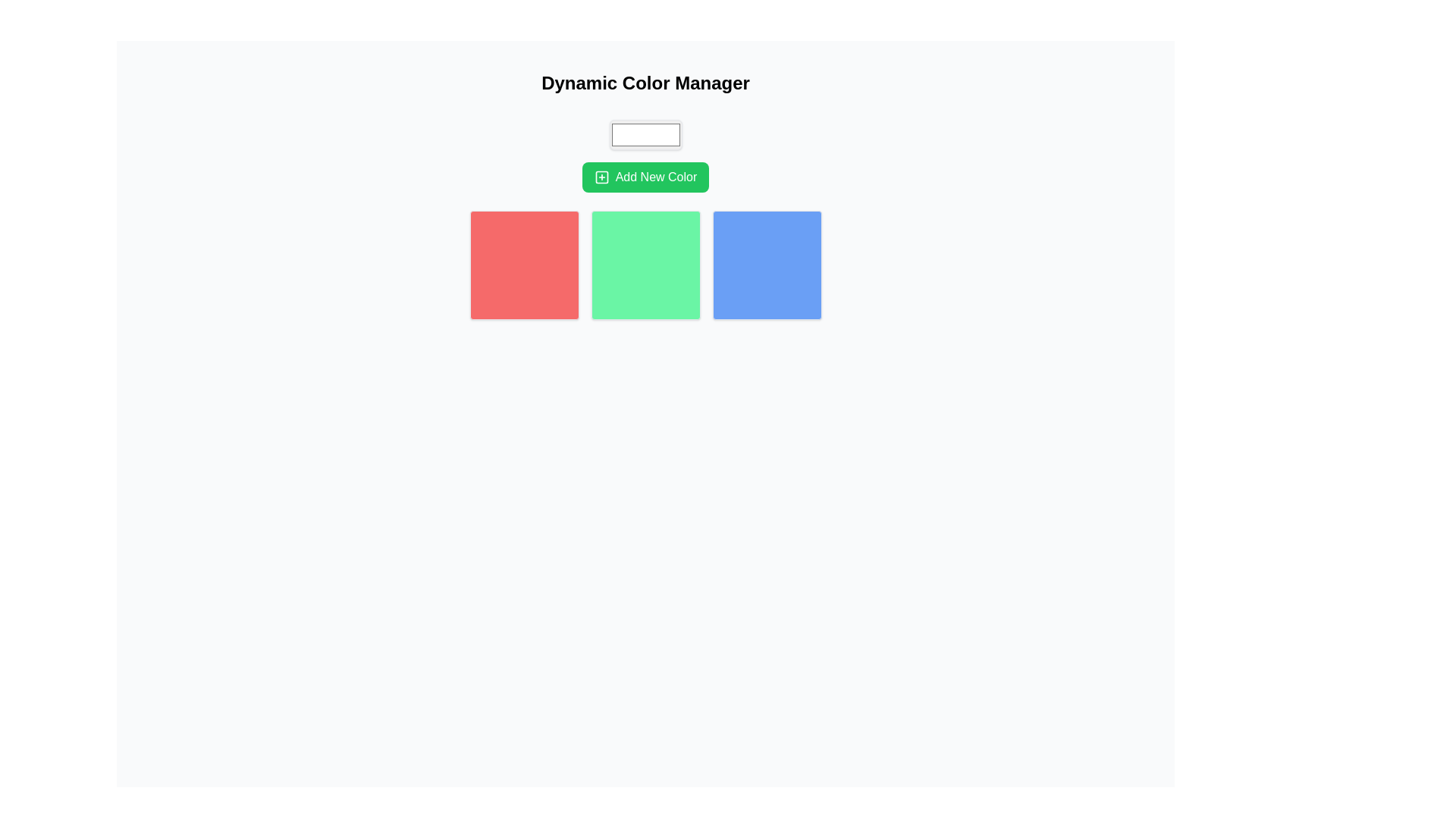 This screenshot has height=819, width=1456. Describe the element at coordinates (645, 133) in the screenshot. I see `the color input box located below the 'Dynamic Color Manager' title` at that location.